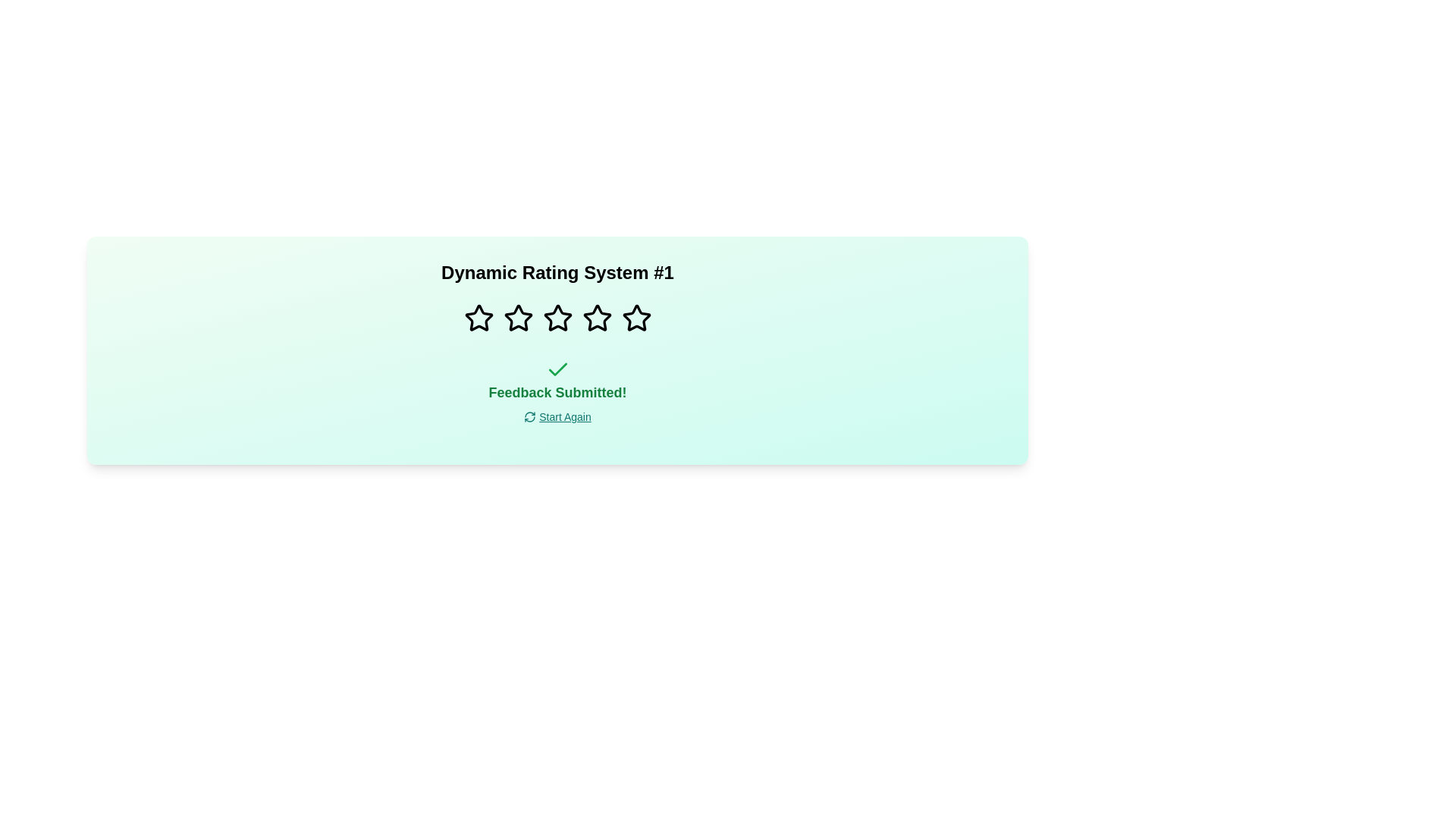 This screenshot has height=819, width=1456. Describe the element at coordinates (557, 317) in the screenshot. I see `the third star icon in the horizontal row of rating stars to trigger the highlight effect` at that location.